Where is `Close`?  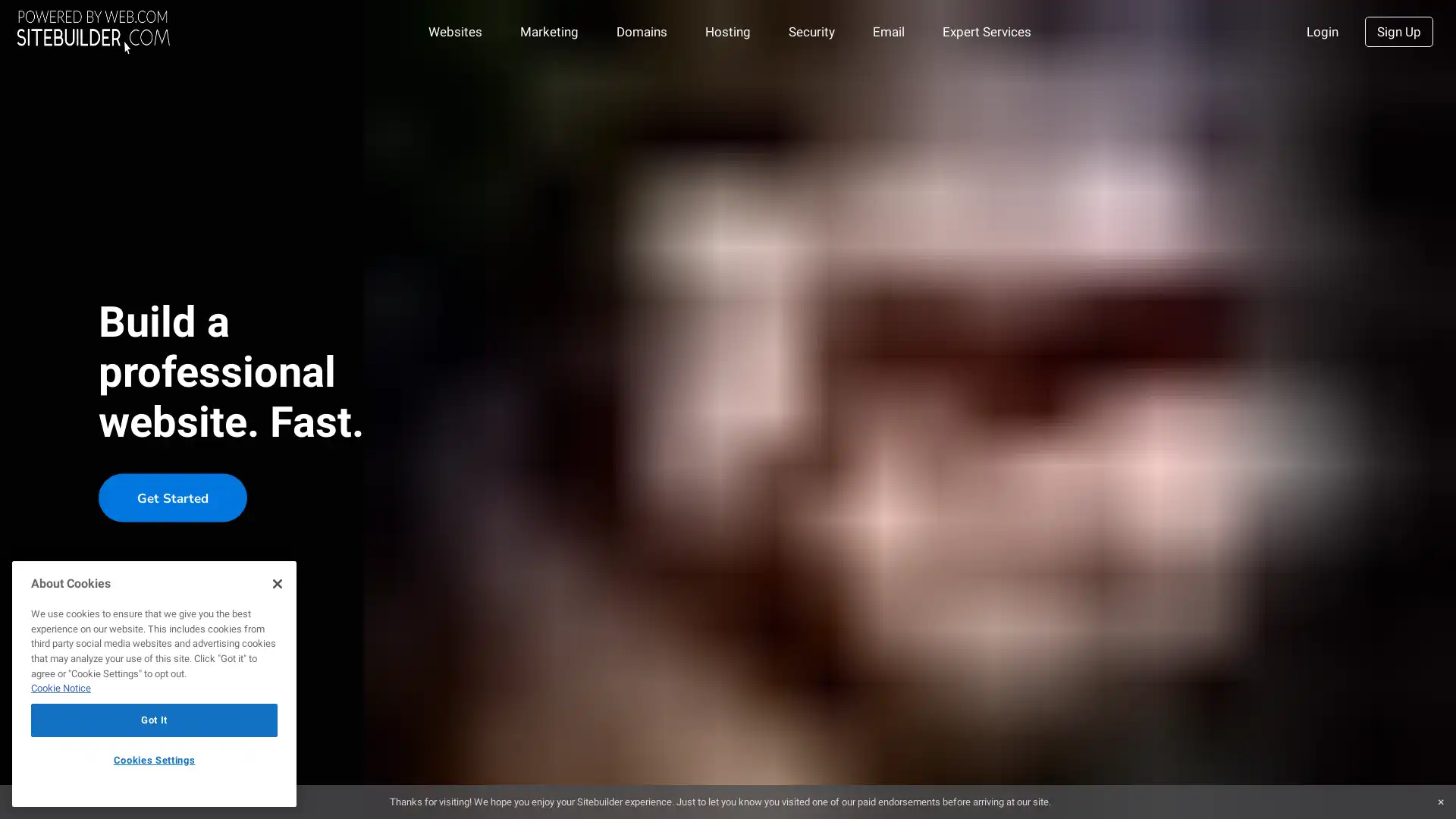 Close is located at coordinates (277, 582).